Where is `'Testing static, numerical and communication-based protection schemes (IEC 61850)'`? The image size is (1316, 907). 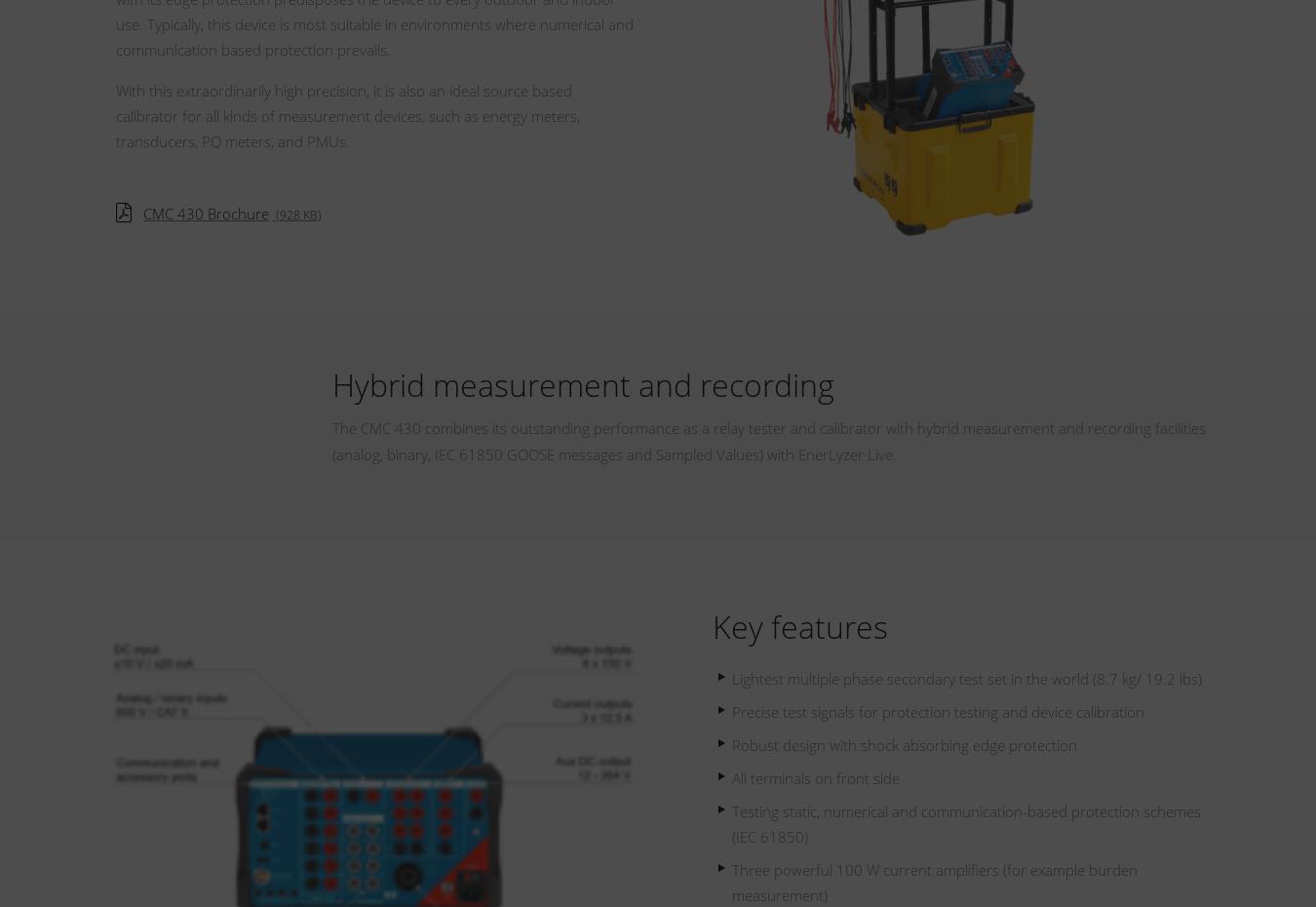
'Testing static, numerical and communication-based protection schemes (IEC 61850)' is located at coordinates (965, 822).